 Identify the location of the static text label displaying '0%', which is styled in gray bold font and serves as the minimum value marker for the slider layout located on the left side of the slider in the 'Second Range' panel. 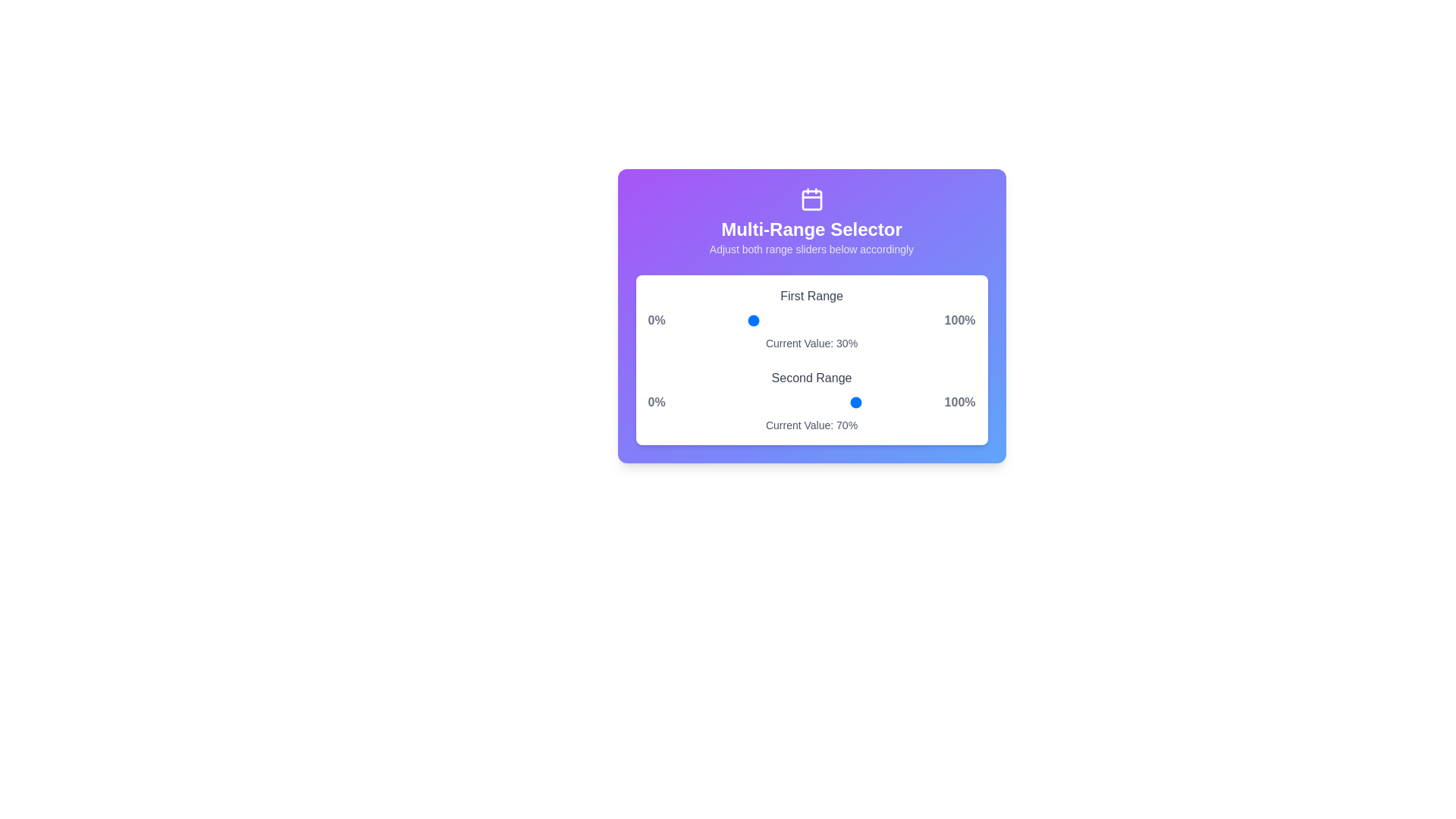
(657, 402).